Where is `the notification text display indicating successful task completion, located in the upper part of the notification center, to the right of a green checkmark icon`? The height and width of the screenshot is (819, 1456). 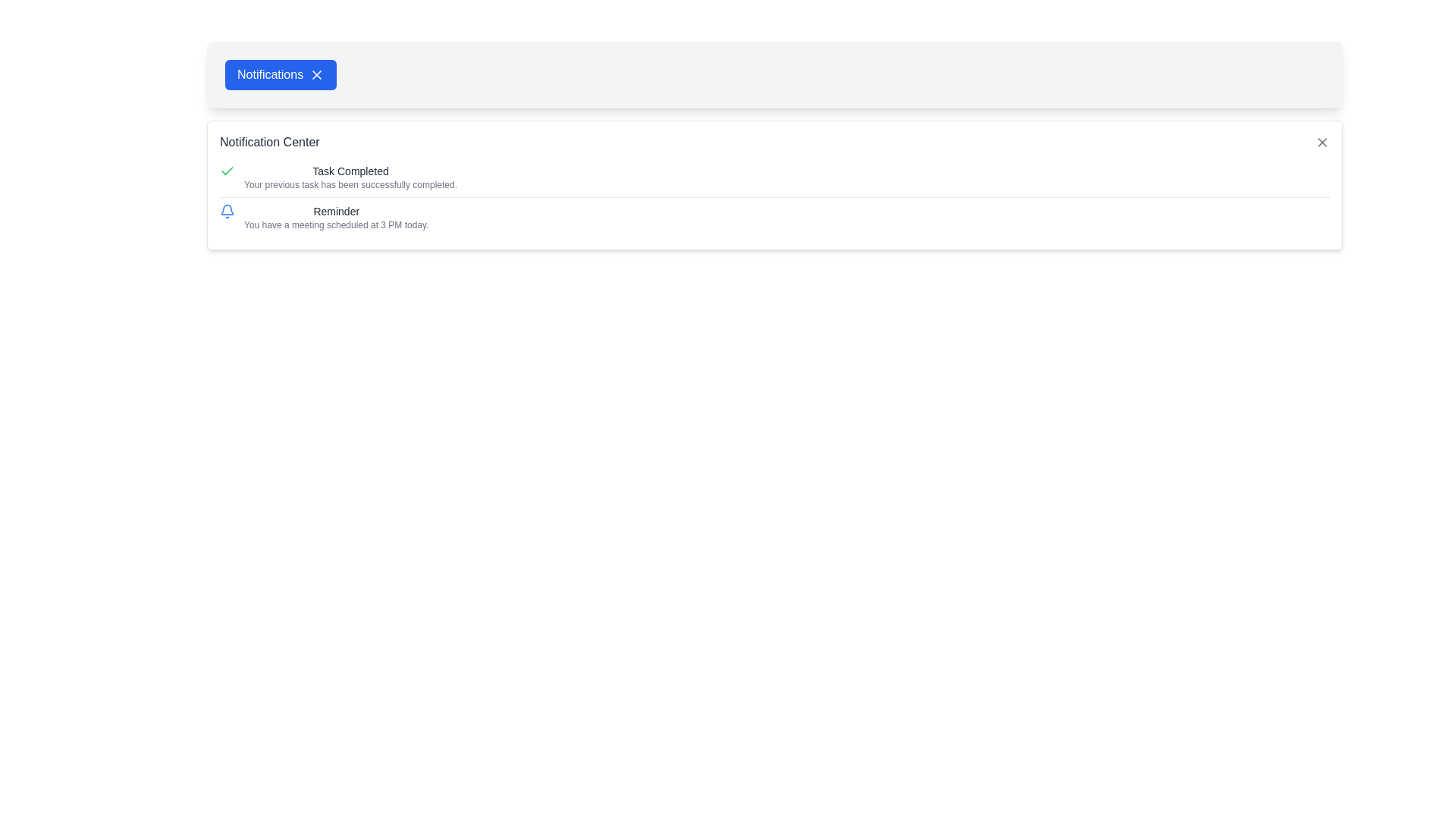 the notification text display indicating successful task completion, located in the upper part of the notification center, to the right of a green checkmark icon is located at coordinates (350, 177).